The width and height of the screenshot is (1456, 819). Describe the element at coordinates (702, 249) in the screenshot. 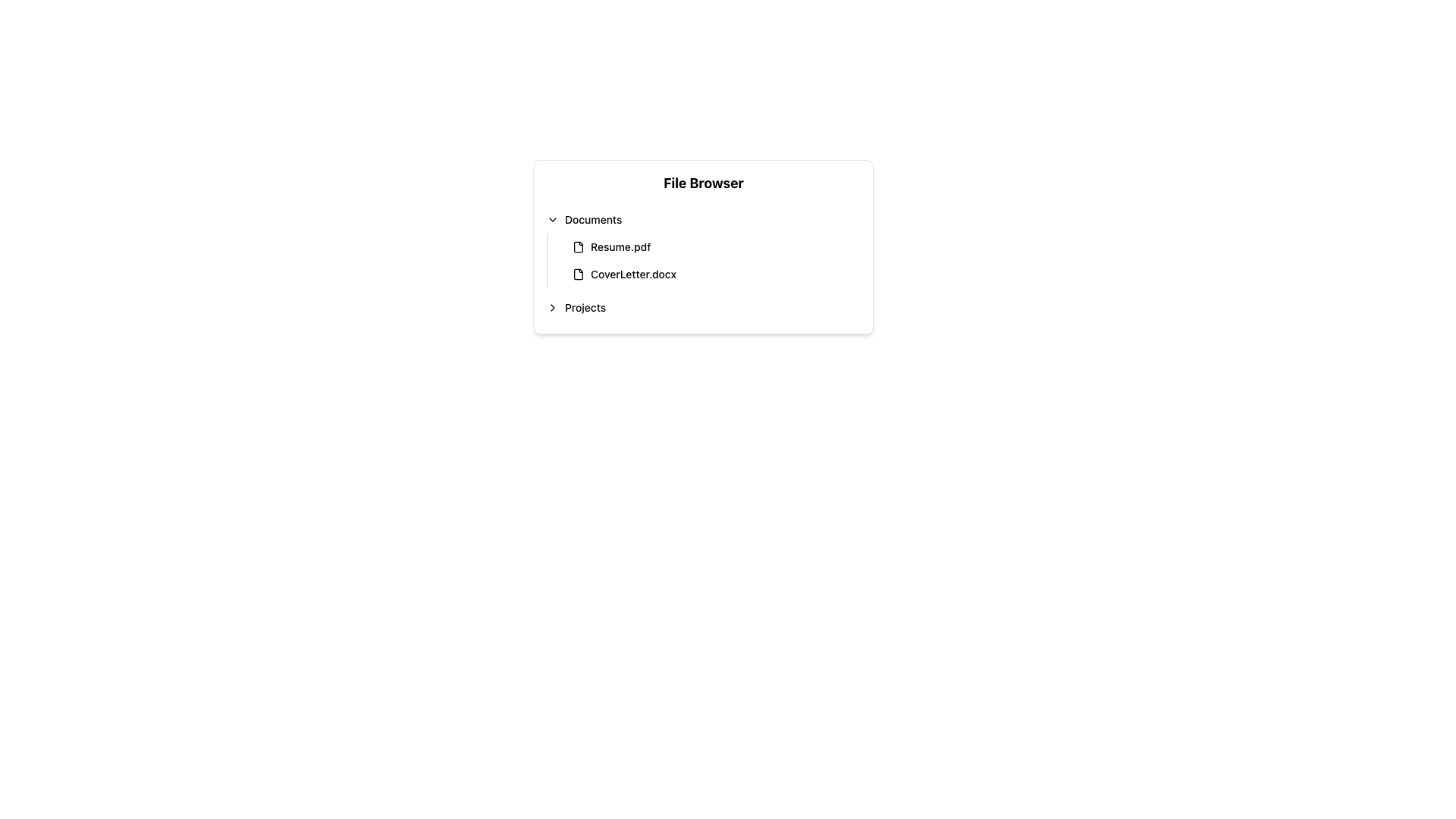

I see `the 'Resume.pdf' file item within the 'Documents' collapsible section, which is the first expanded node in the file browser layout` at that location.